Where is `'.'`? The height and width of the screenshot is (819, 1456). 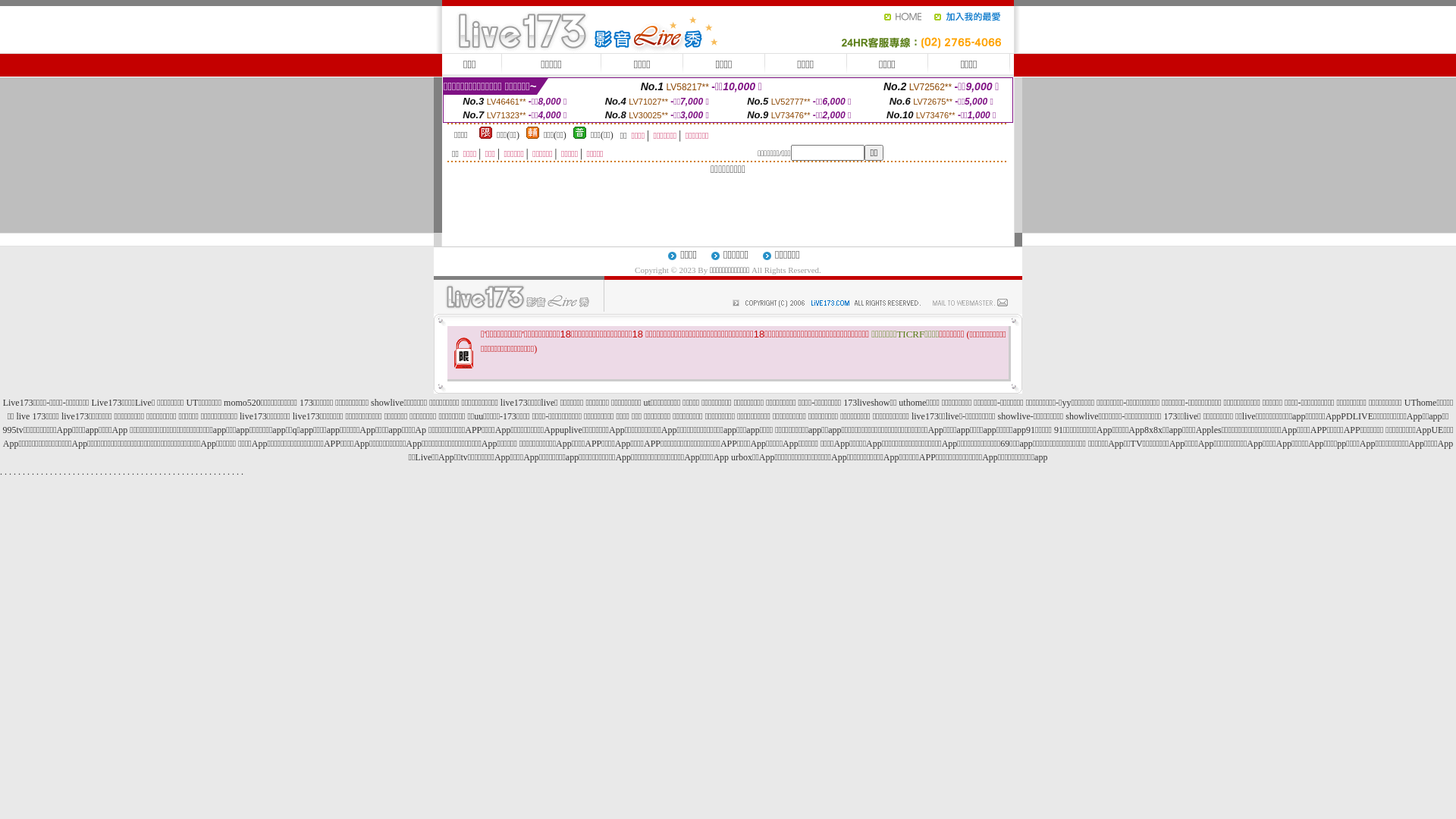
'.' is located at coordinates (118, 470).